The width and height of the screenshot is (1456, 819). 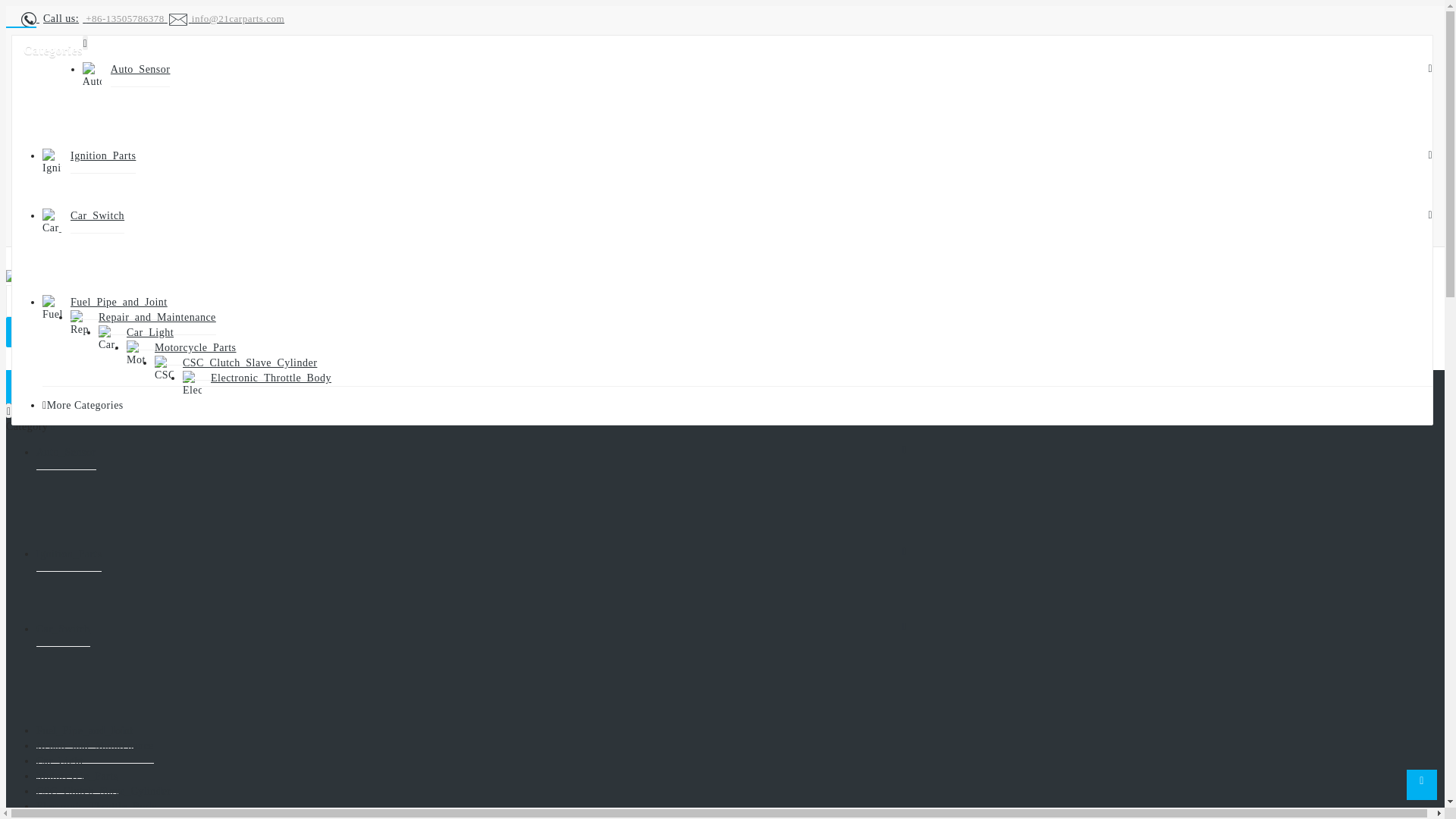 I want to click on 'Register', so click(x=81, y=193).